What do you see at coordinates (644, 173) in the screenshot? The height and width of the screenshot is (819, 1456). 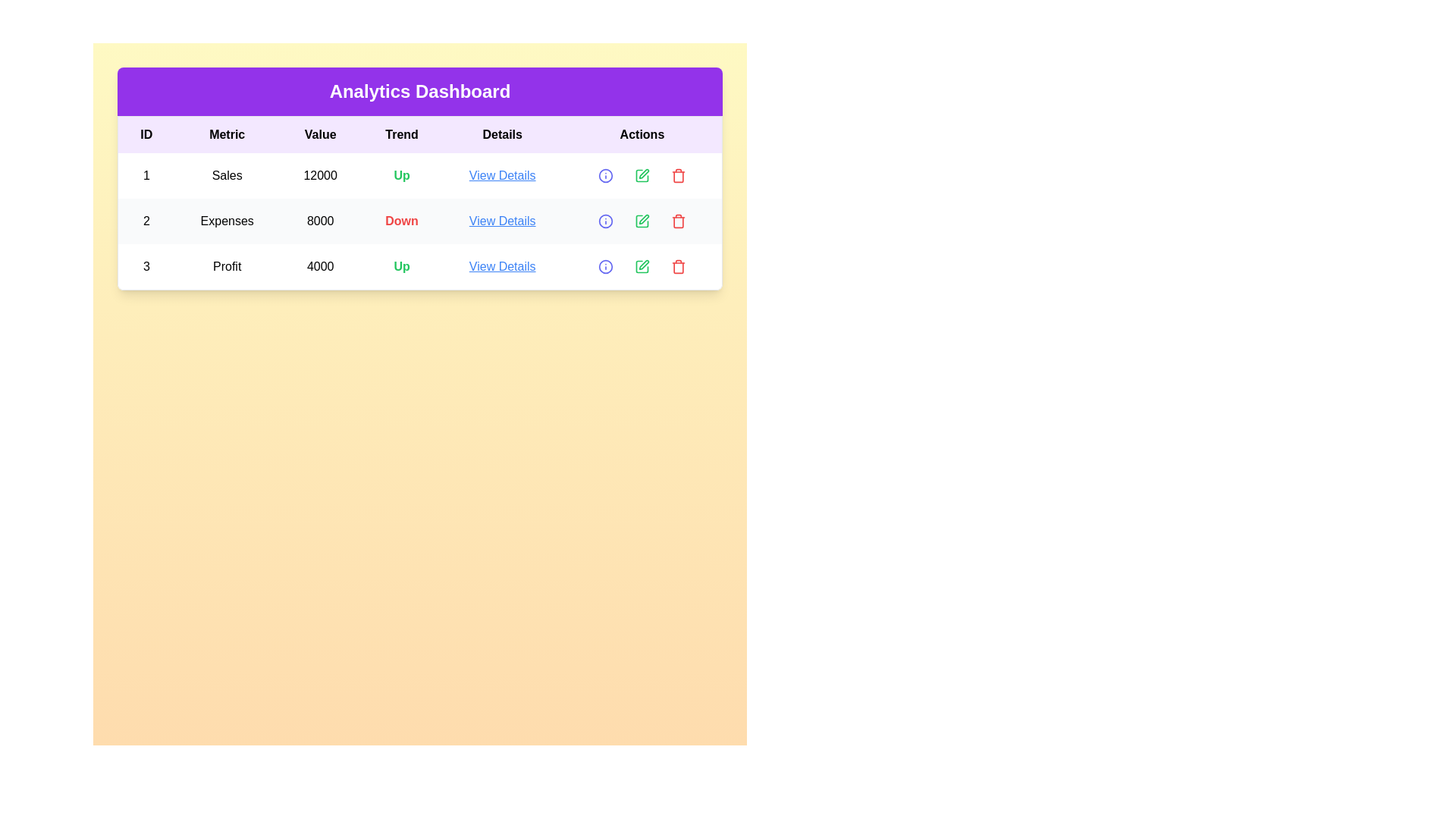 I see `the small green icon resembling a pen in the third row of the 'Actions' column` at bounding box center [644, 173].